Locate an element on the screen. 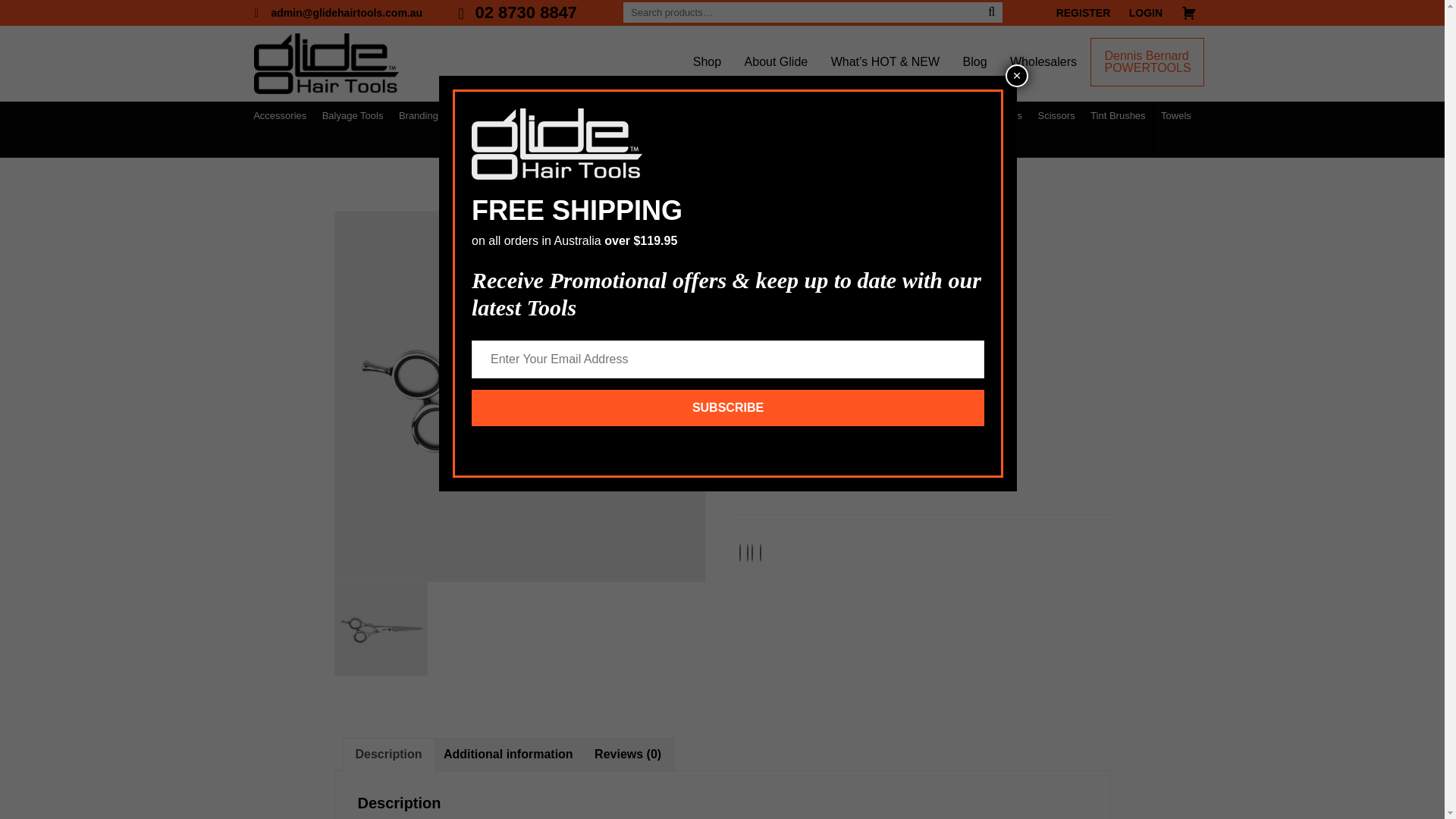 This screenshot has height=819, width=1456. 'Essence of a Salon' is located at coordinates (818, 115).